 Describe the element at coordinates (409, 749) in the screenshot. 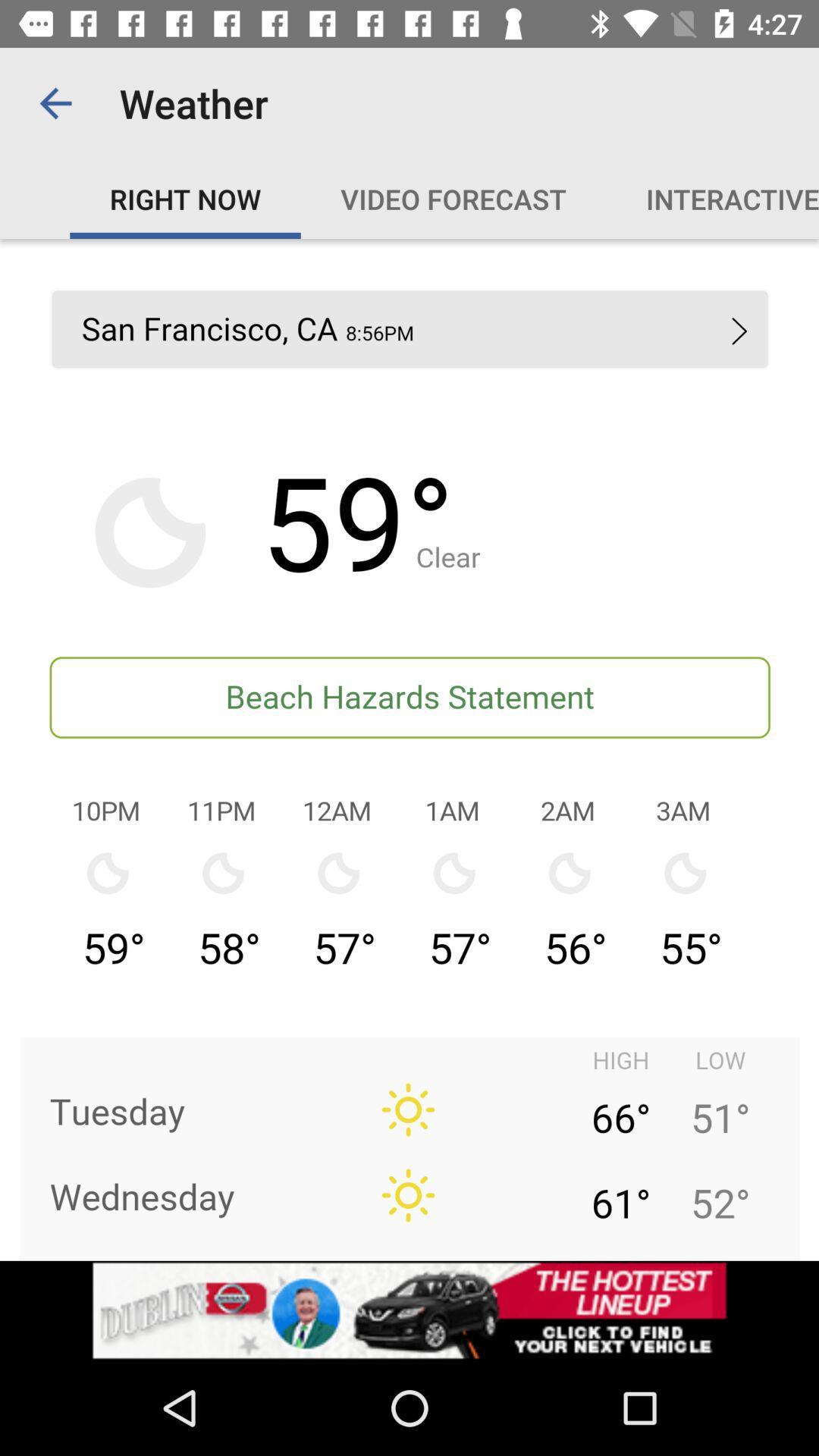

I see `the page` at that location.